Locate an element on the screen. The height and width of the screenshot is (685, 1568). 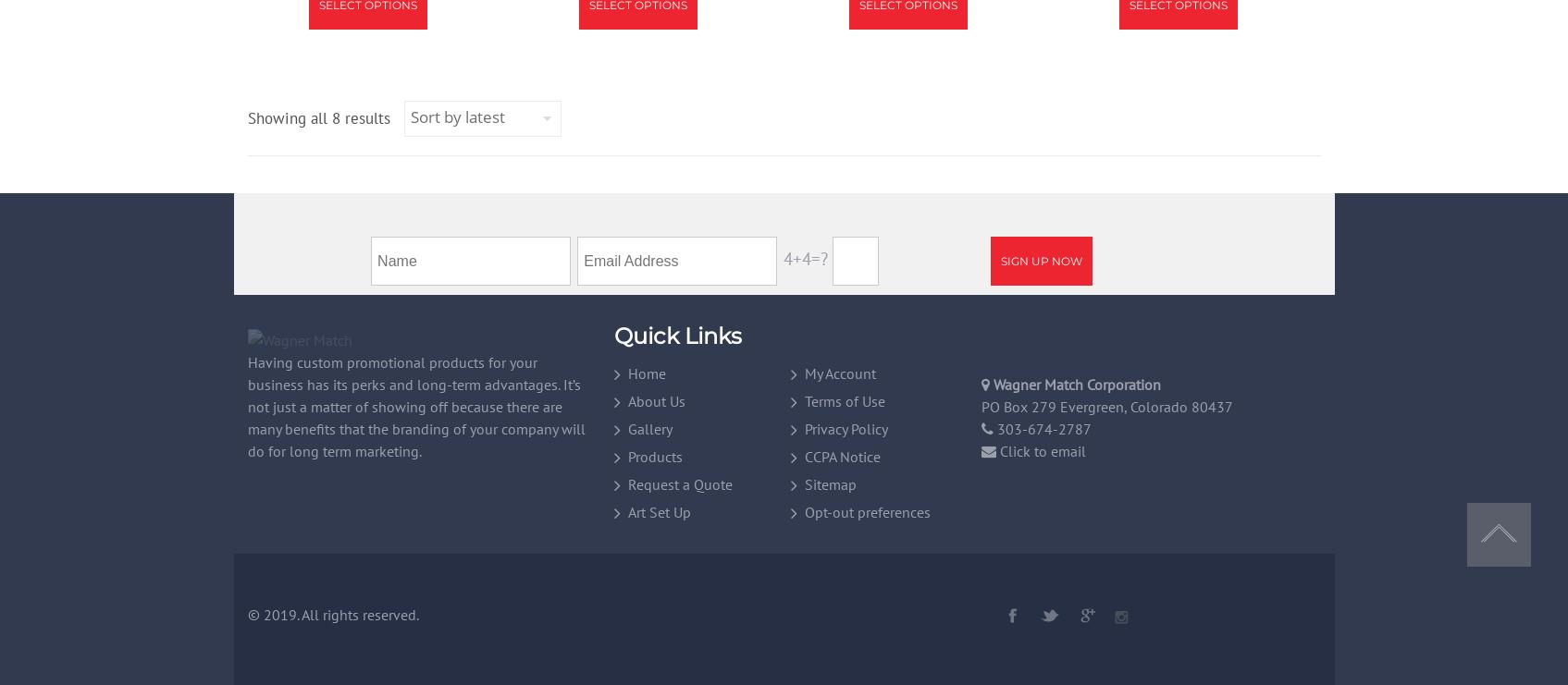
'PO Box 279 Evergreen, Colorado 80437' is located at coordinates (981, 405).